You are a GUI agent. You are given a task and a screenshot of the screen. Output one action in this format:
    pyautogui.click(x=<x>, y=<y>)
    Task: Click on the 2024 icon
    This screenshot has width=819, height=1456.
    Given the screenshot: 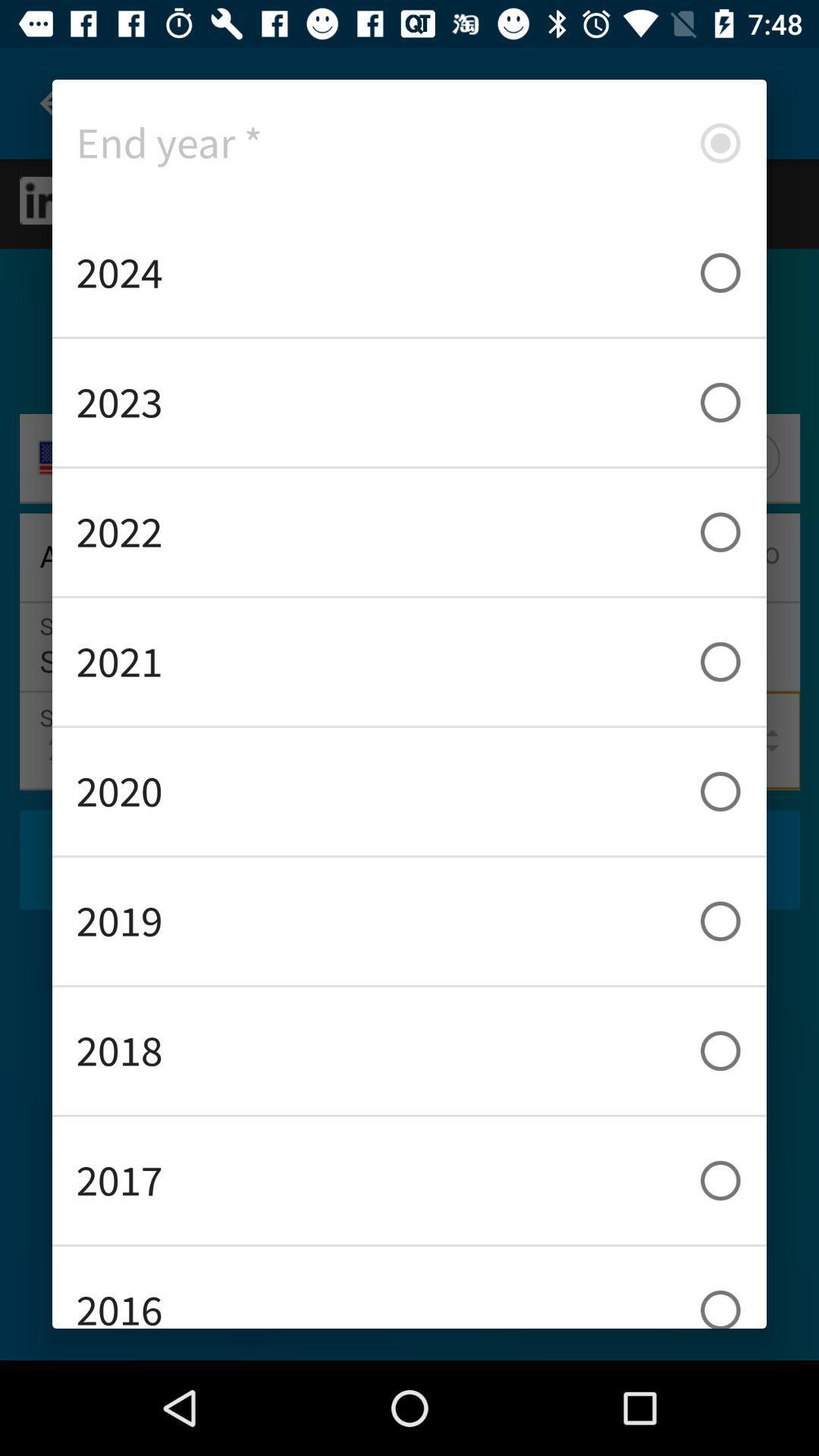 What is the action you would take?
    pyautogui.click(x=409, y=273)
    